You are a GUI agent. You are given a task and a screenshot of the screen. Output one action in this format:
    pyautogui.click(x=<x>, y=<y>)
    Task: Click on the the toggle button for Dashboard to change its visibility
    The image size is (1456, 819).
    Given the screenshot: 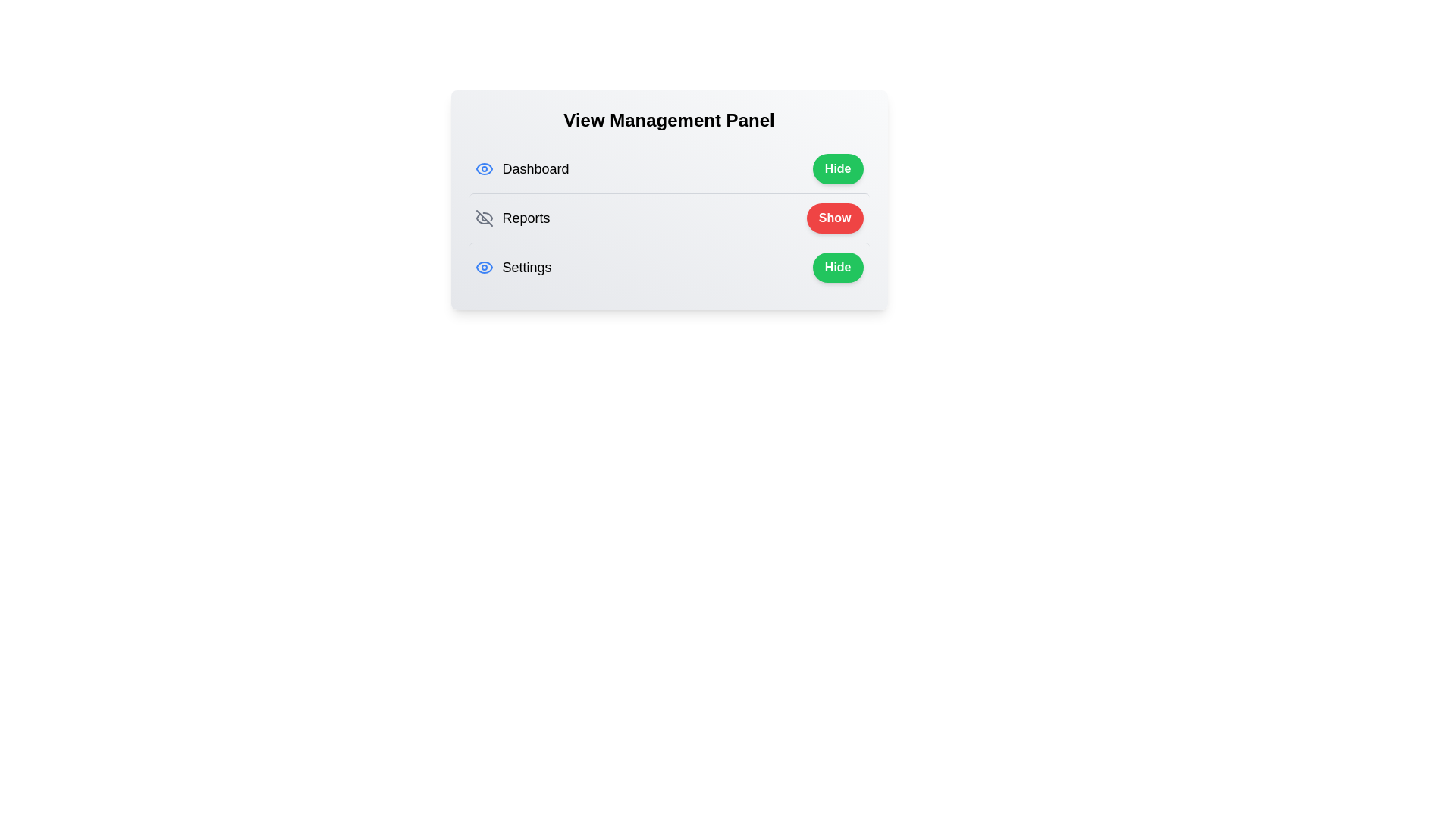 What is the action you would take?
    pyautogui.click(x=837, y=169)
    